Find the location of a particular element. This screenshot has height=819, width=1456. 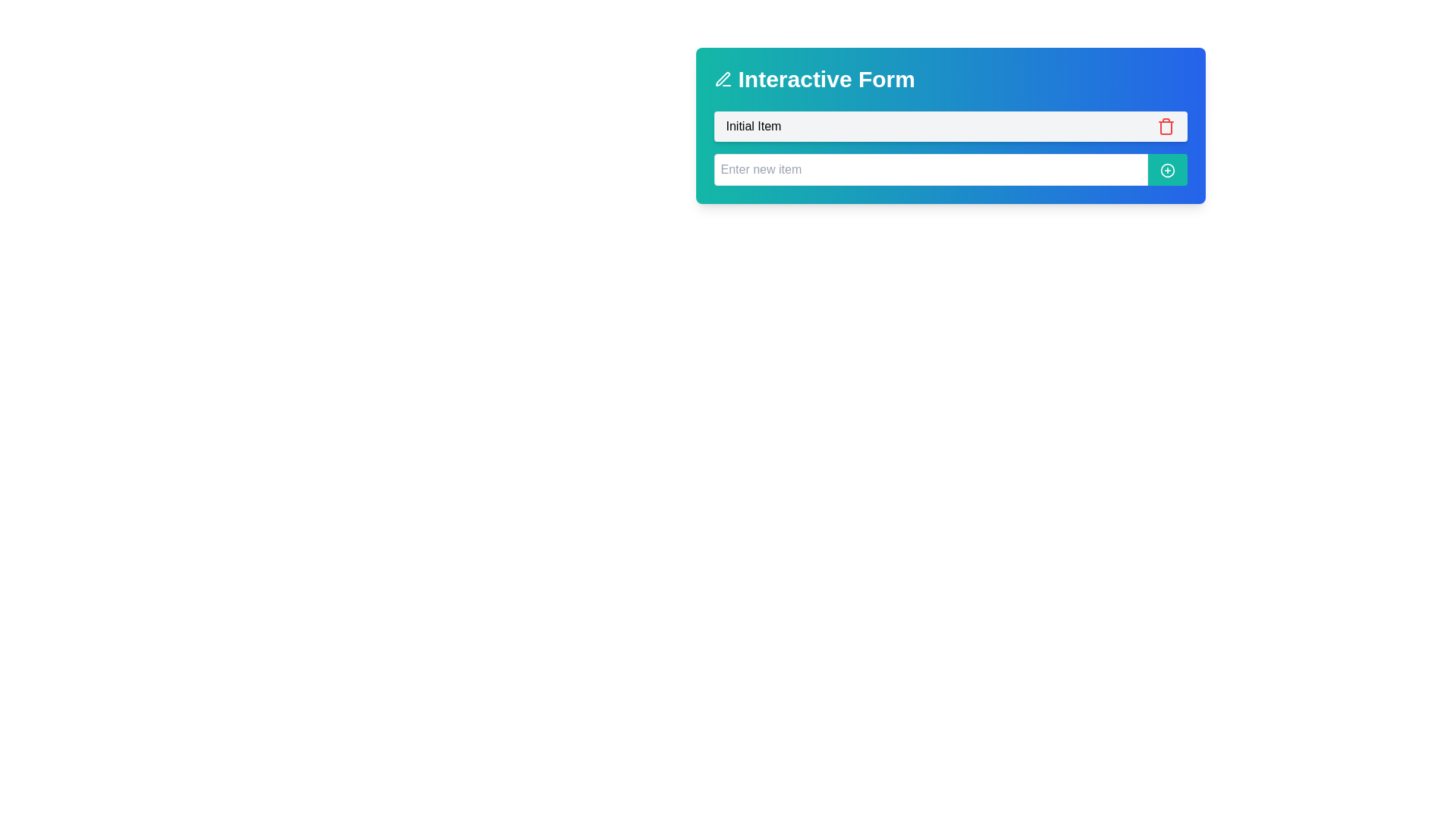

the SVG Circle with a green background located in the top-right area of the second text input field adjacent to the 'Enter new item' placeholder is located at coordinates (1166, 170).